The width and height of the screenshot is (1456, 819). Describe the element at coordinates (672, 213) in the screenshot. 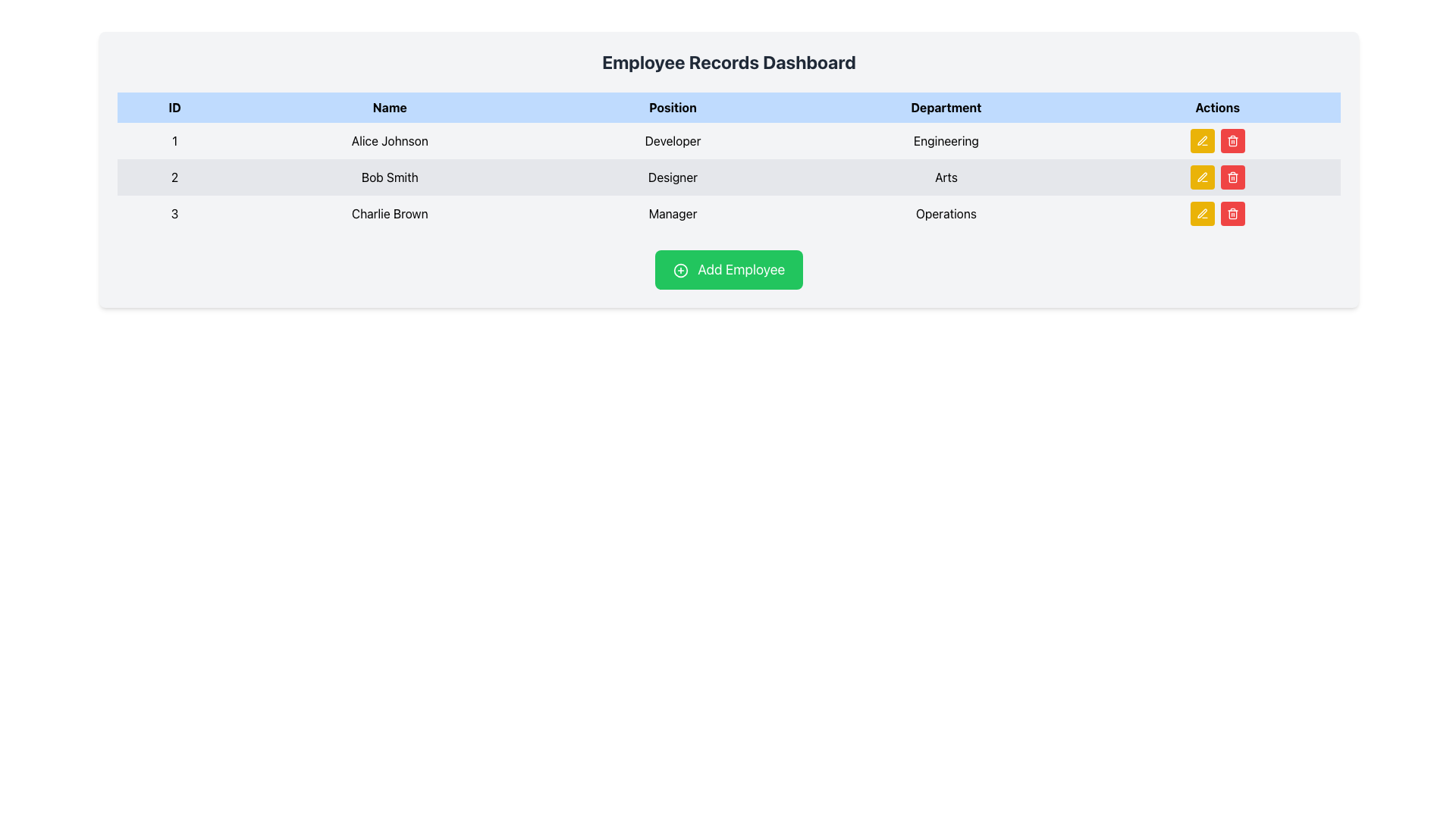

I see `the Text Label displaying 'Manager' located in the third row of the table in the 'Position' column` at that location.